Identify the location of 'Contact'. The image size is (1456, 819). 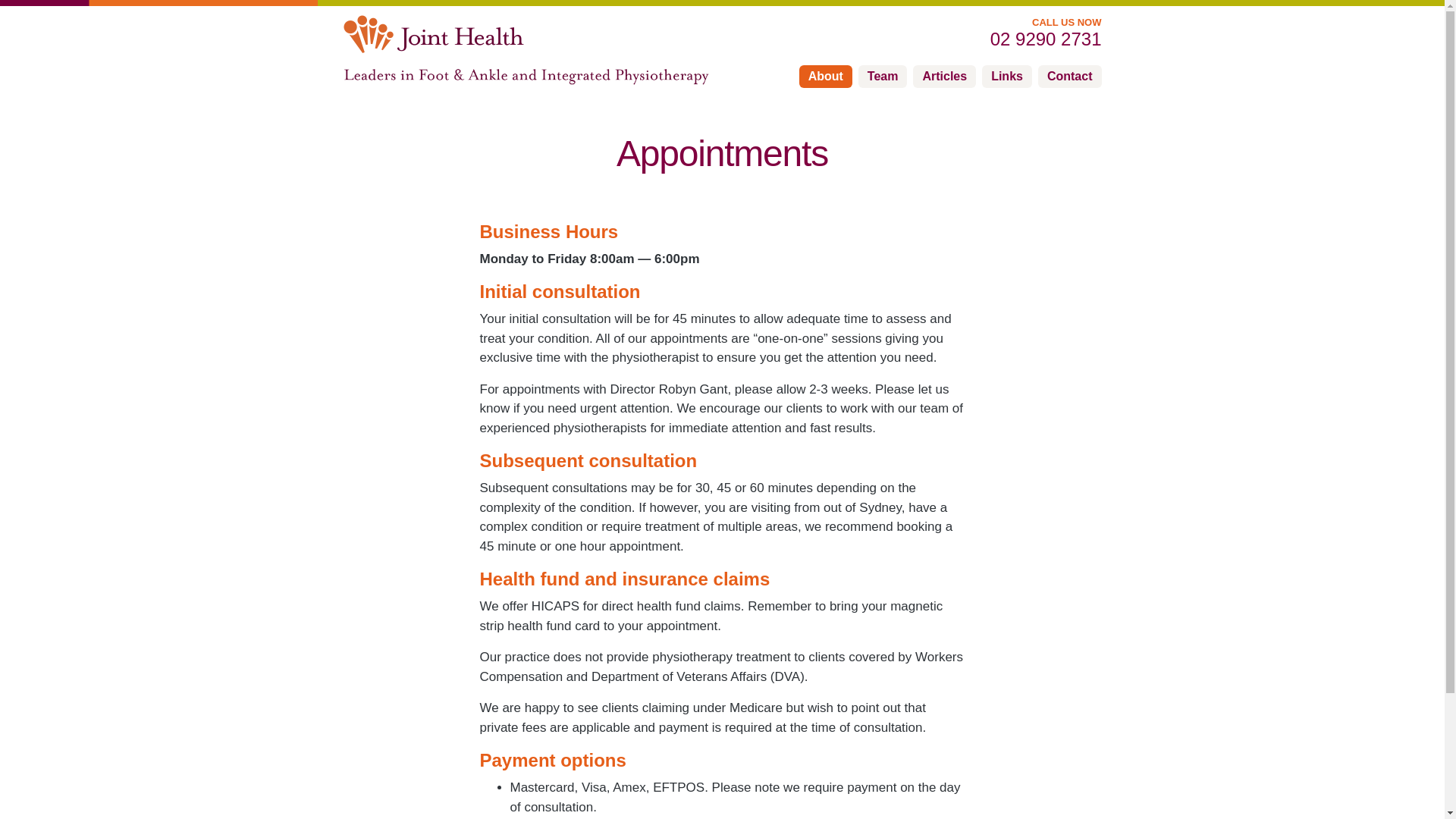
(1069, 76).